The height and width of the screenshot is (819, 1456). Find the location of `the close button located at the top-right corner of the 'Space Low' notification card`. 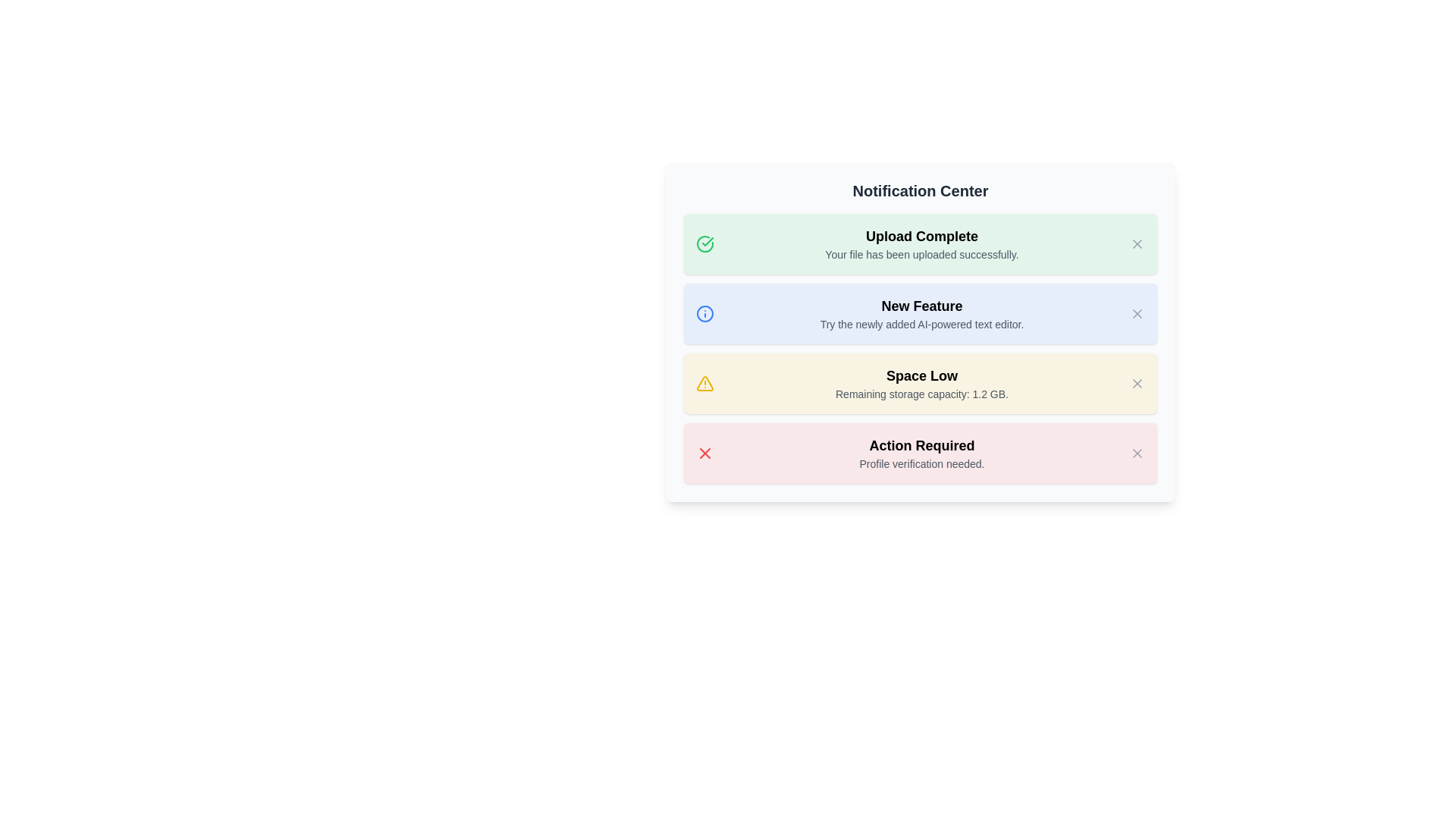

the close button located at the top-right corner of the 'Space Low' notification card is located at coordinates (1137, 382).